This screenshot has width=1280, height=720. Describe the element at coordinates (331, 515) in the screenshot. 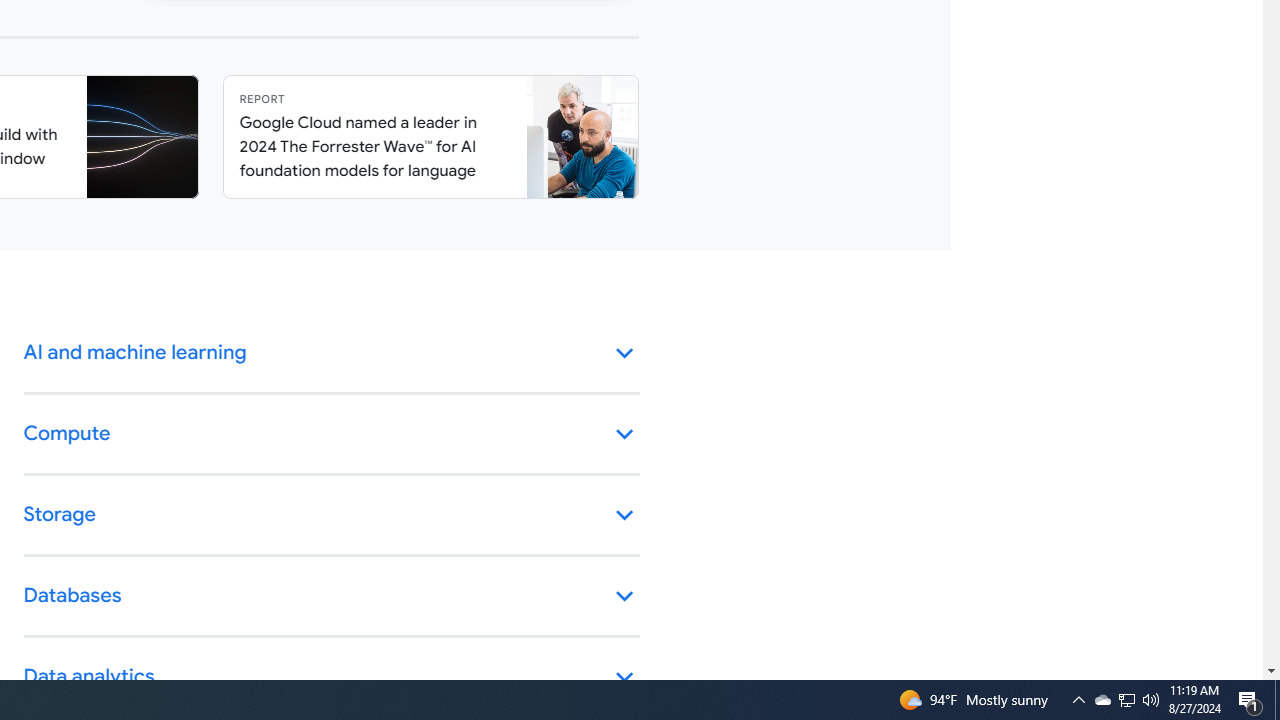

I see `'Storage keyboard_arrow_down'` at that location.